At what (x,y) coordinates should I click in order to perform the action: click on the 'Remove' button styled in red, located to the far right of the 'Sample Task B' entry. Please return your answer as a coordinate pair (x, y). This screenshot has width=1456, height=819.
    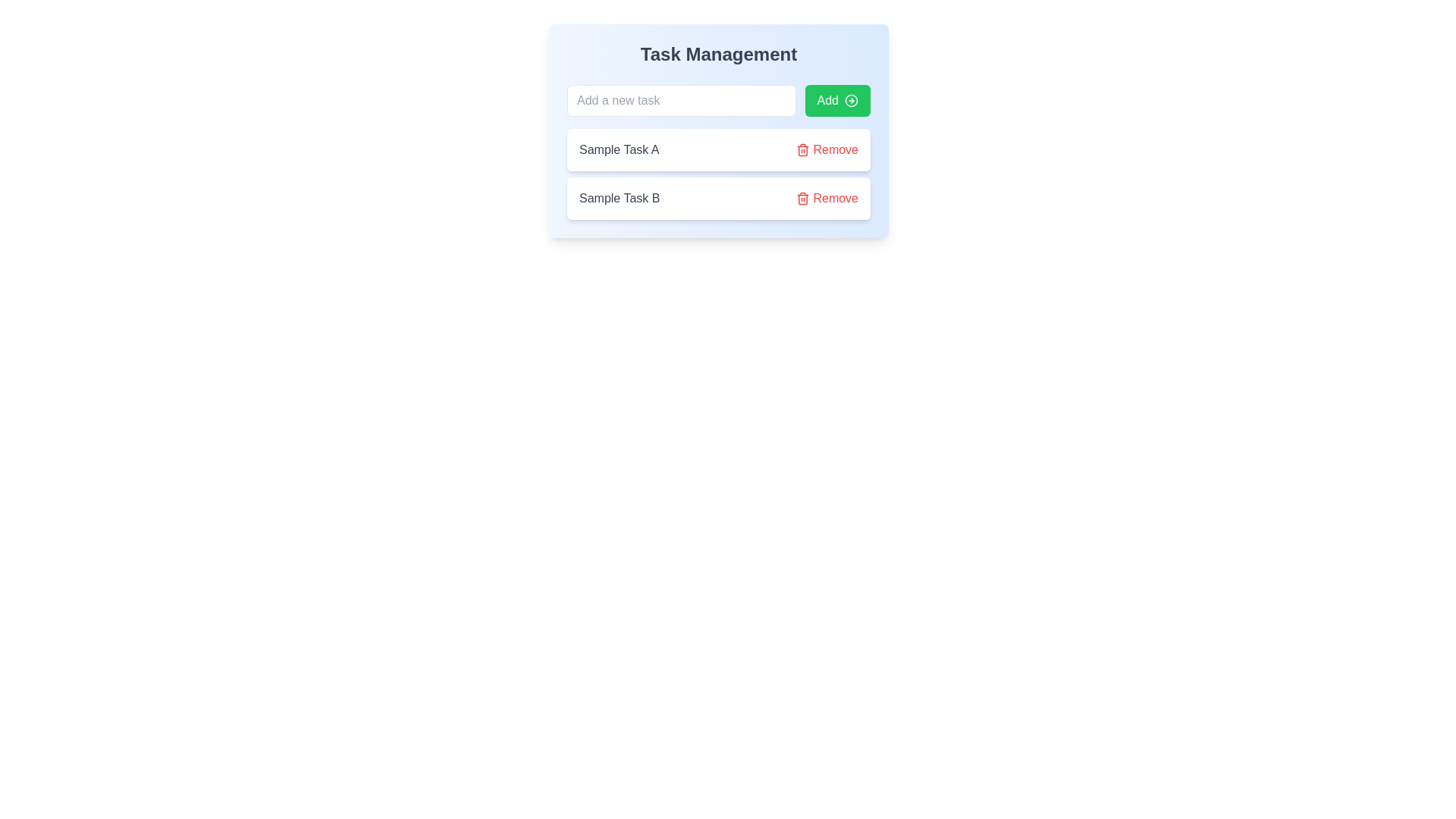
    Looking at the image, I should click on (835, 198).